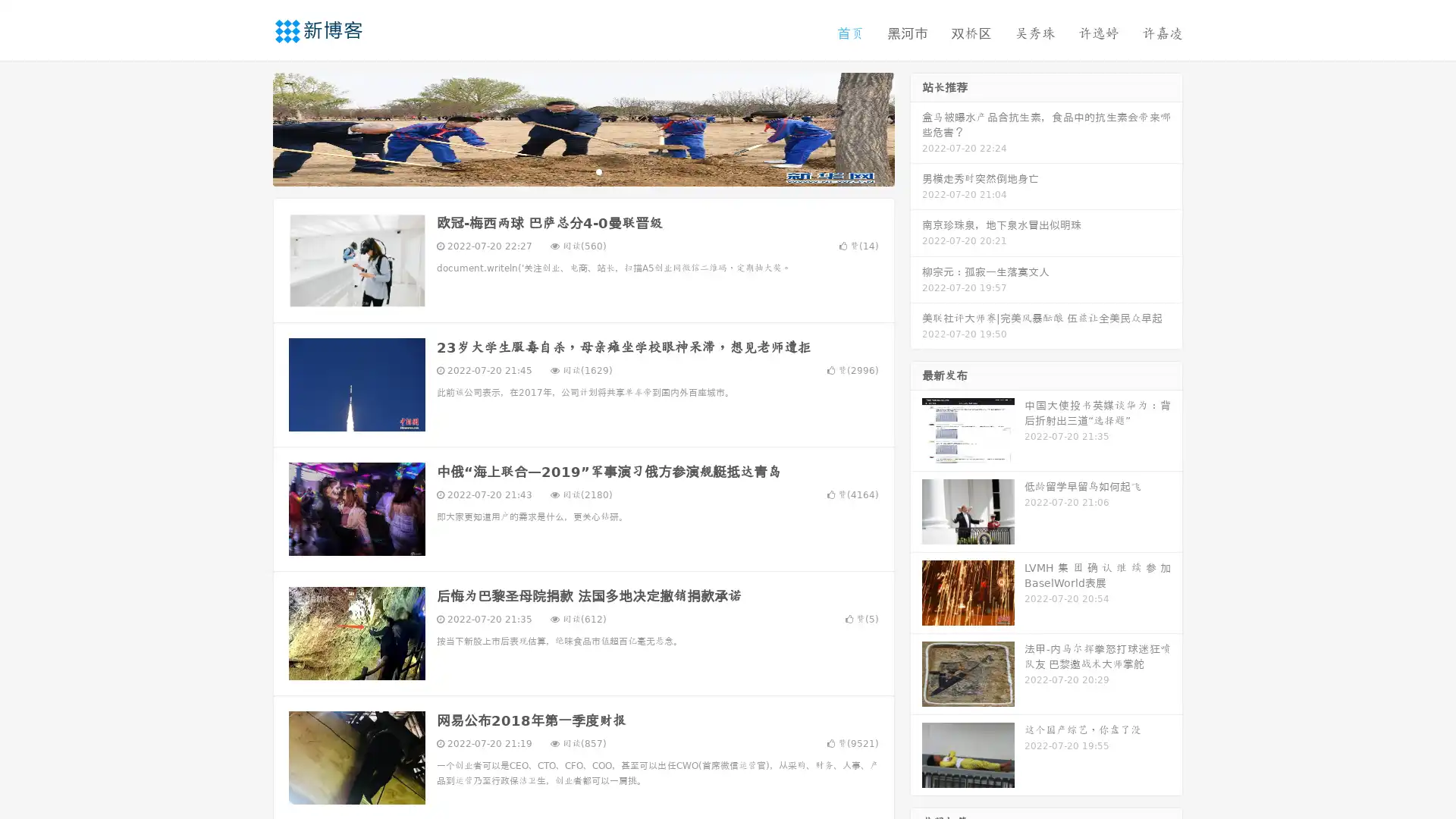 This screenshot has height=819, width=1456. I want to click on Previous slide, so click(250, 127).